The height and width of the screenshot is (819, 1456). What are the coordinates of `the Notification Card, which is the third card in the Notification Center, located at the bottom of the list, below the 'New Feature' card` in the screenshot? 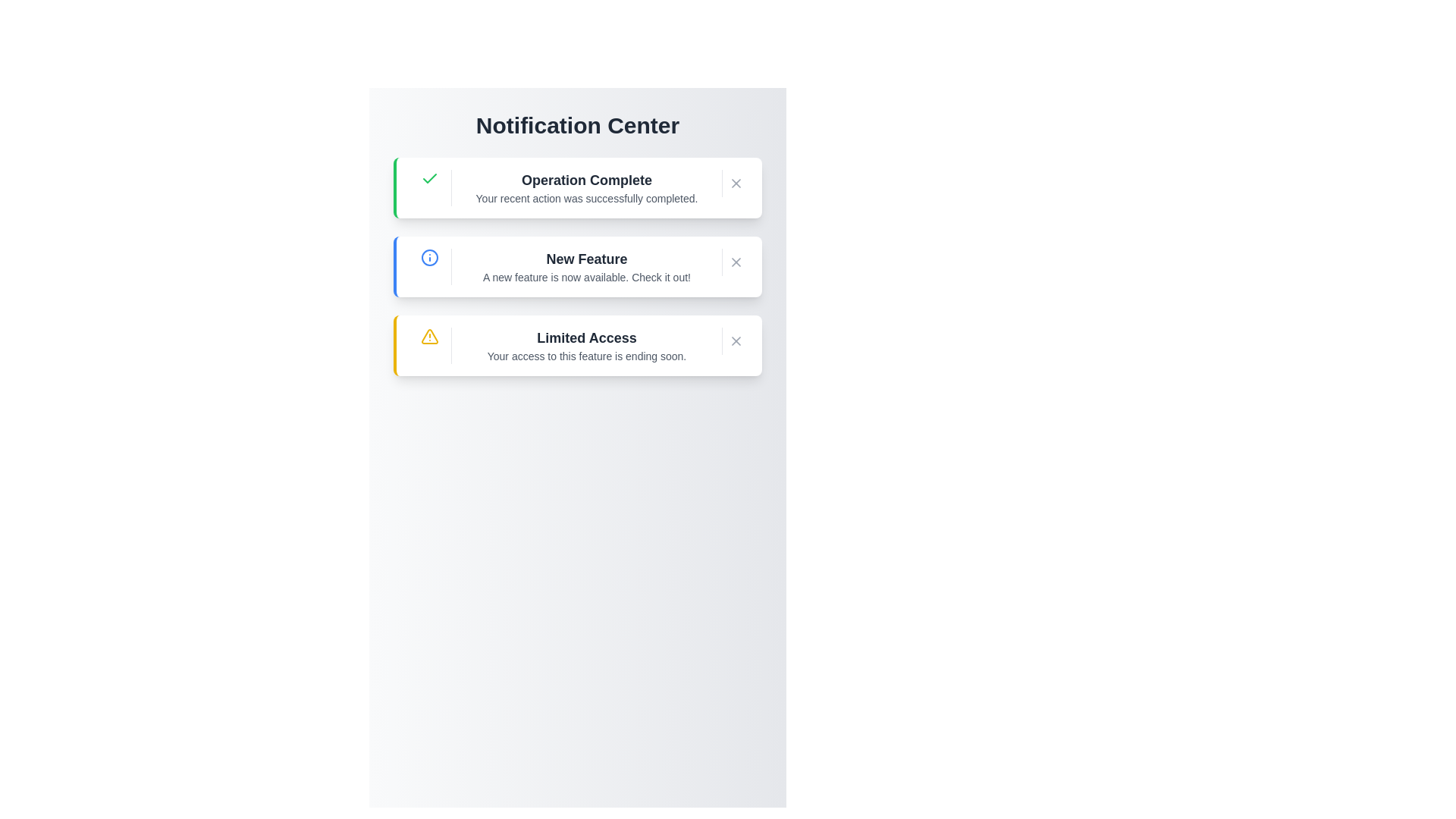 It's located at (577, 345).